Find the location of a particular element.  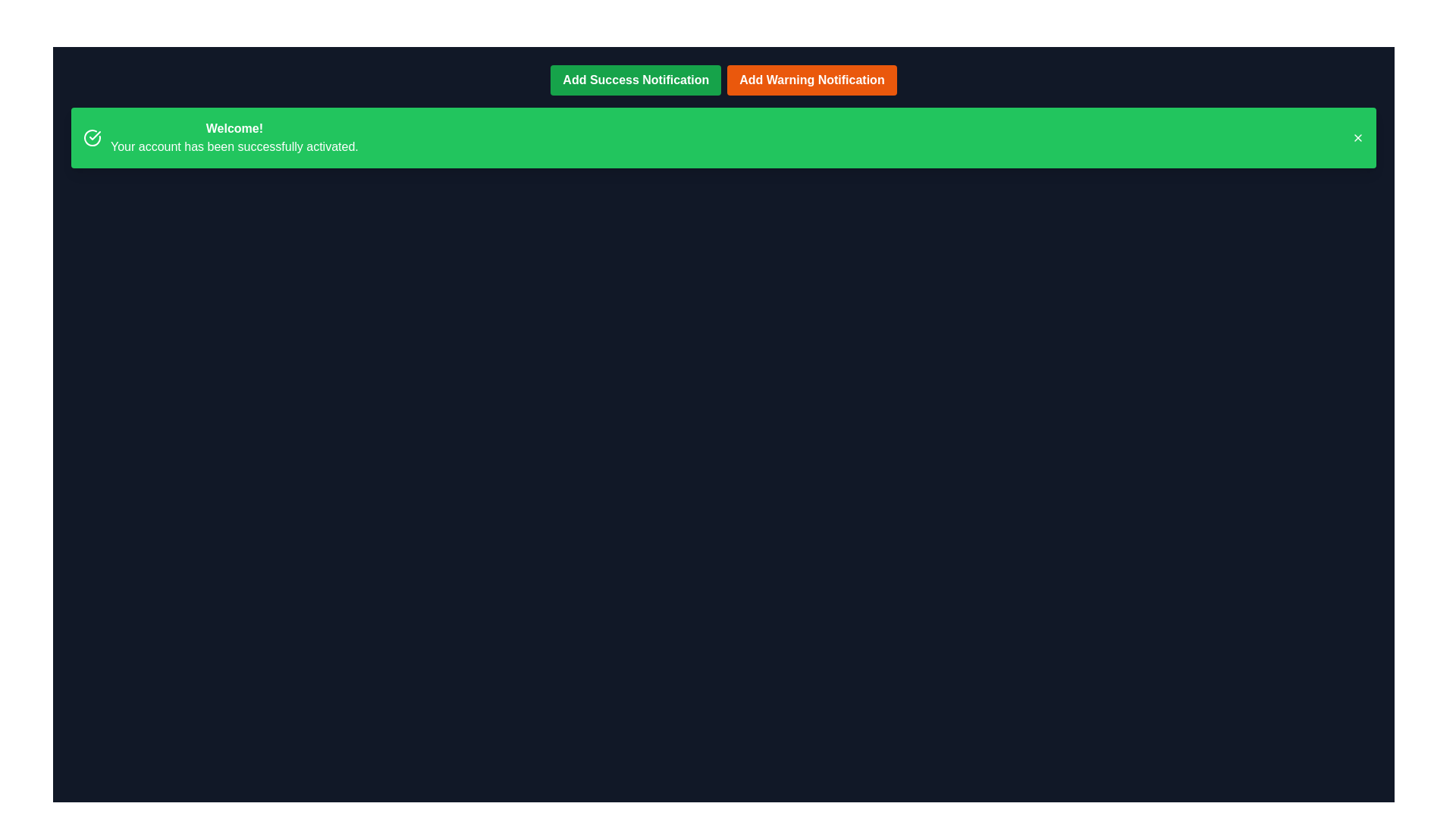

the small 'X' icon with a white outline on a green rectangular background located at the far-right end of the notification bar is located at coordinates (1357, 137).